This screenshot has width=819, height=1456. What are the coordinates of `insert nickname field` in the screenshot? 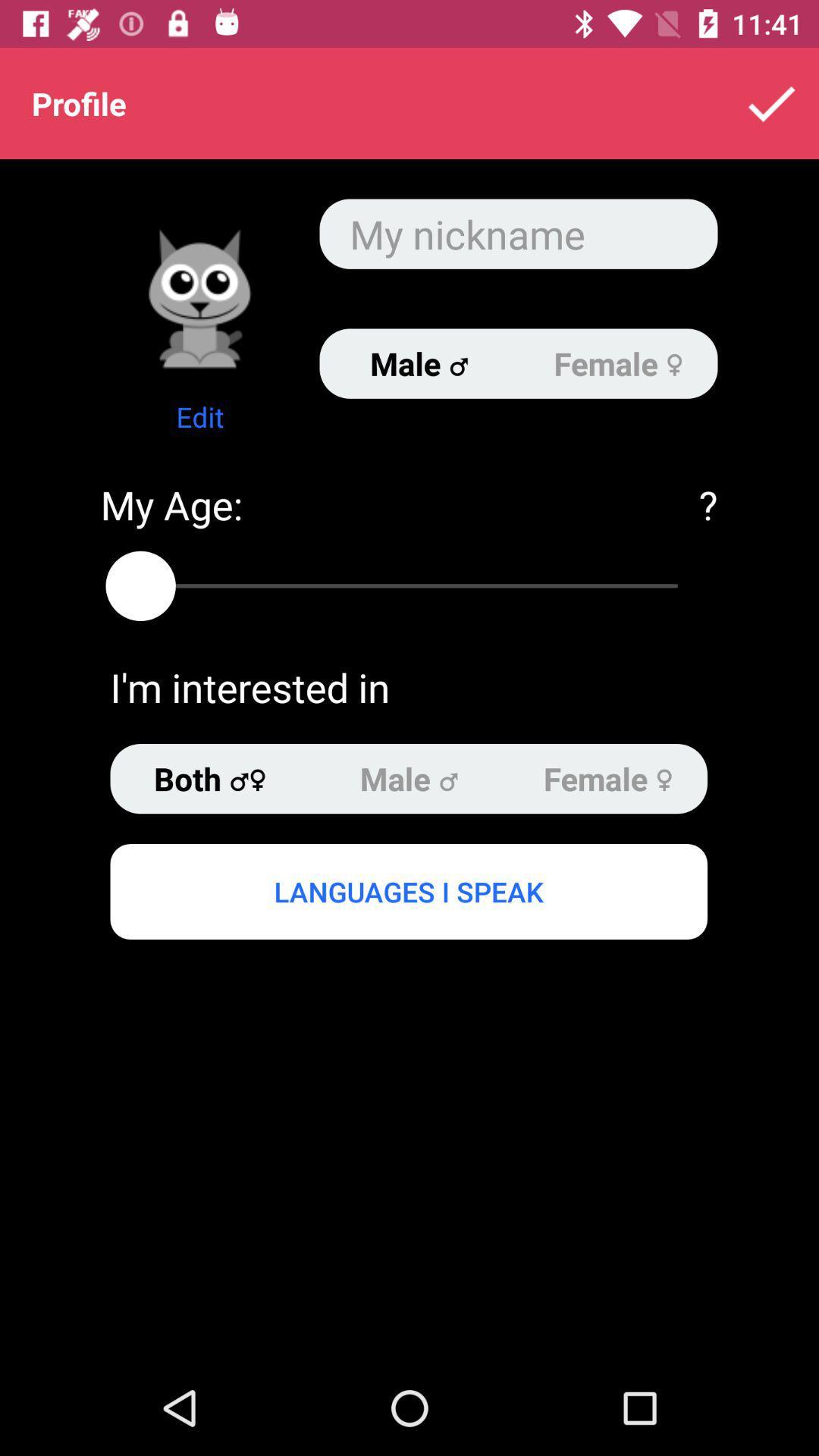 It's located at (517, 233).